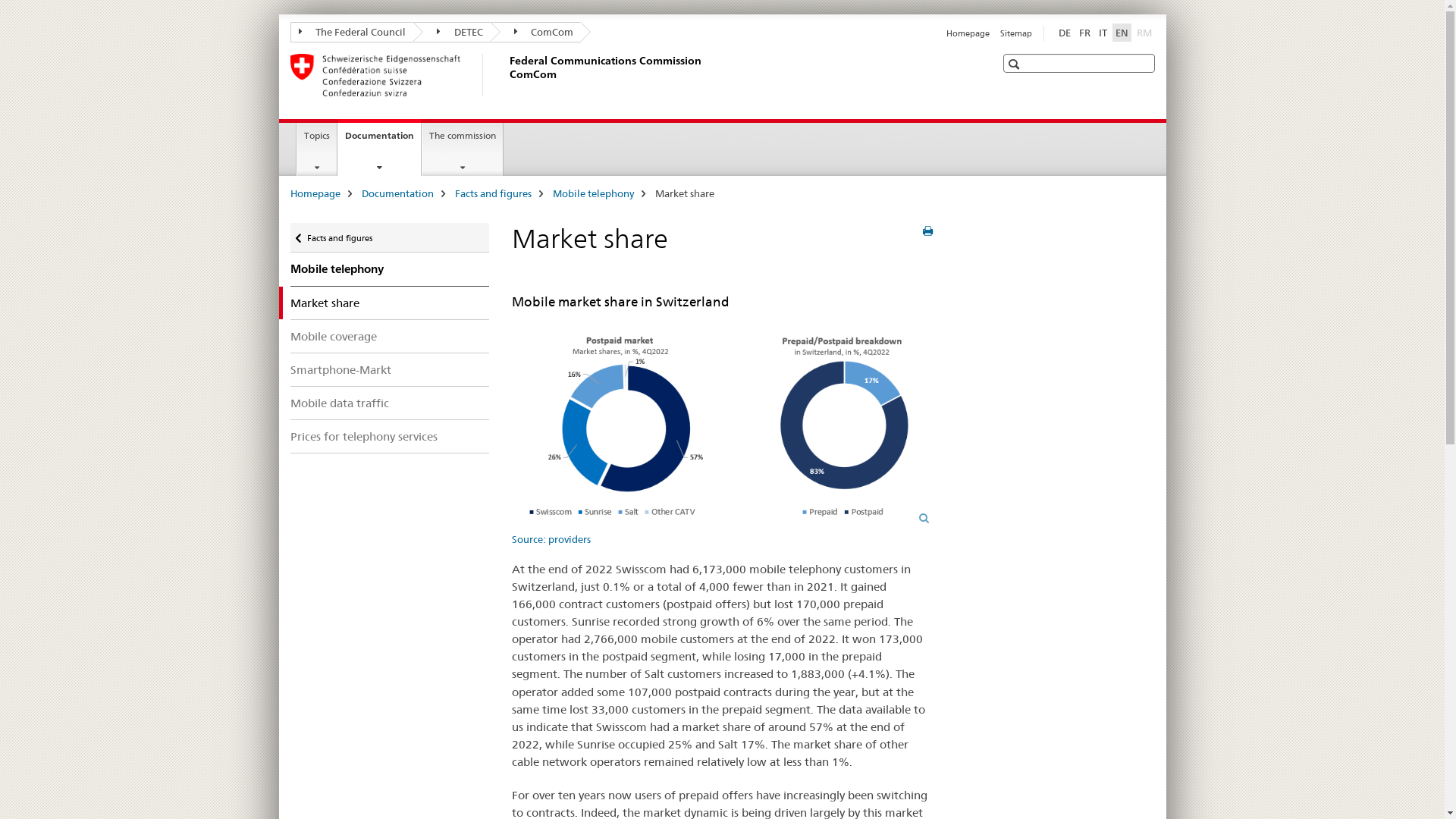  I want to click on 'Homepage', so click(967, 33).